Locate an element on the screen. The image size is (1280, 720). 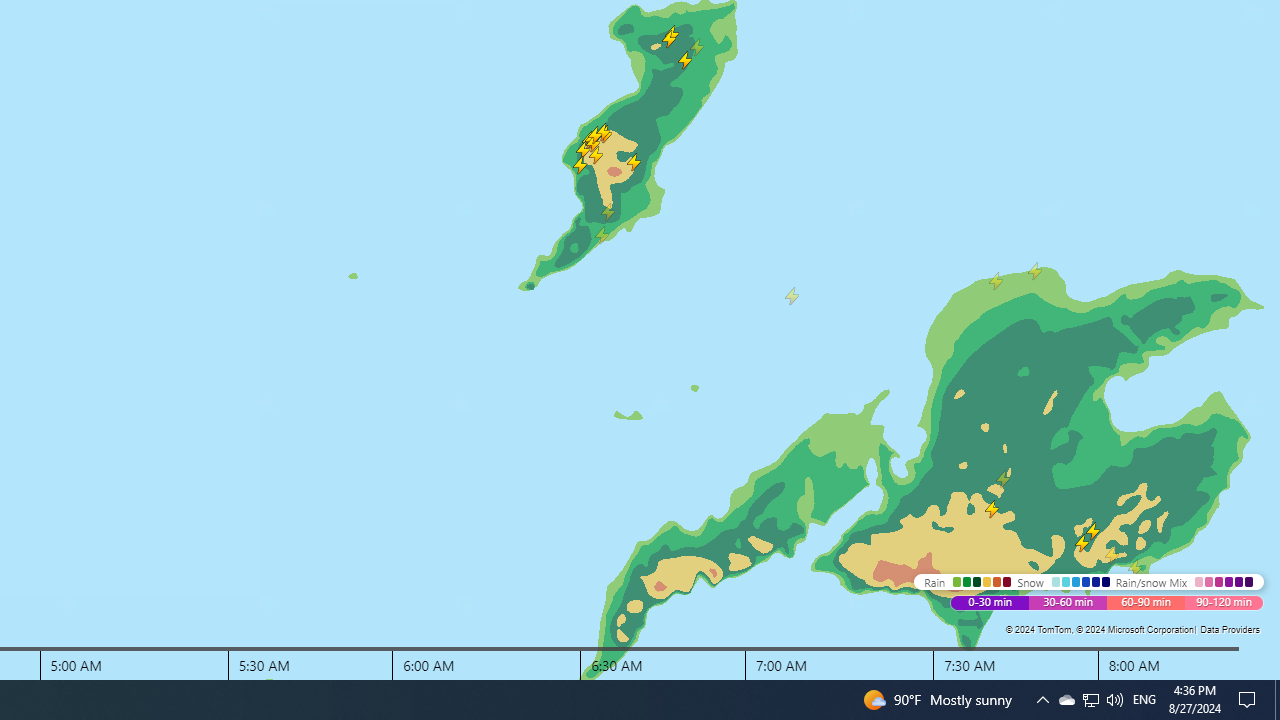
'Notification Chevron' is located at coordinates (1089, 698).